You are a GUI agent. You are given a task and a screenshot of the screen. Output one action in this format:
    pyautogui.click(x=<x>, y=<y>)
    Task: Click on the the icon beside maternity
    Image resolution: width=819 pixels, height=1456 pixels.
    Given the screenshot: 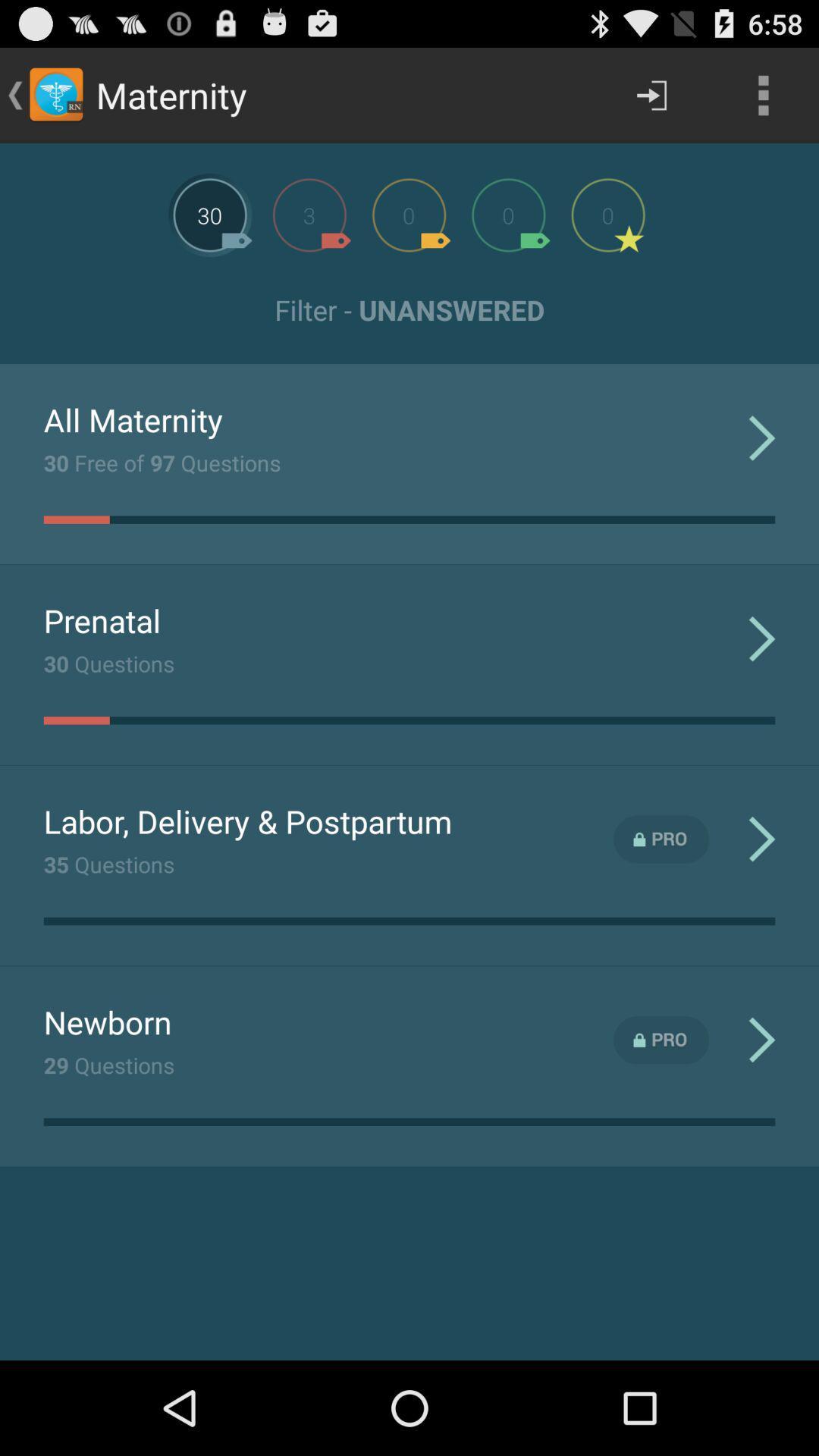 What is the action you would take?
    pyautogui.click(x=55, y=94)
    